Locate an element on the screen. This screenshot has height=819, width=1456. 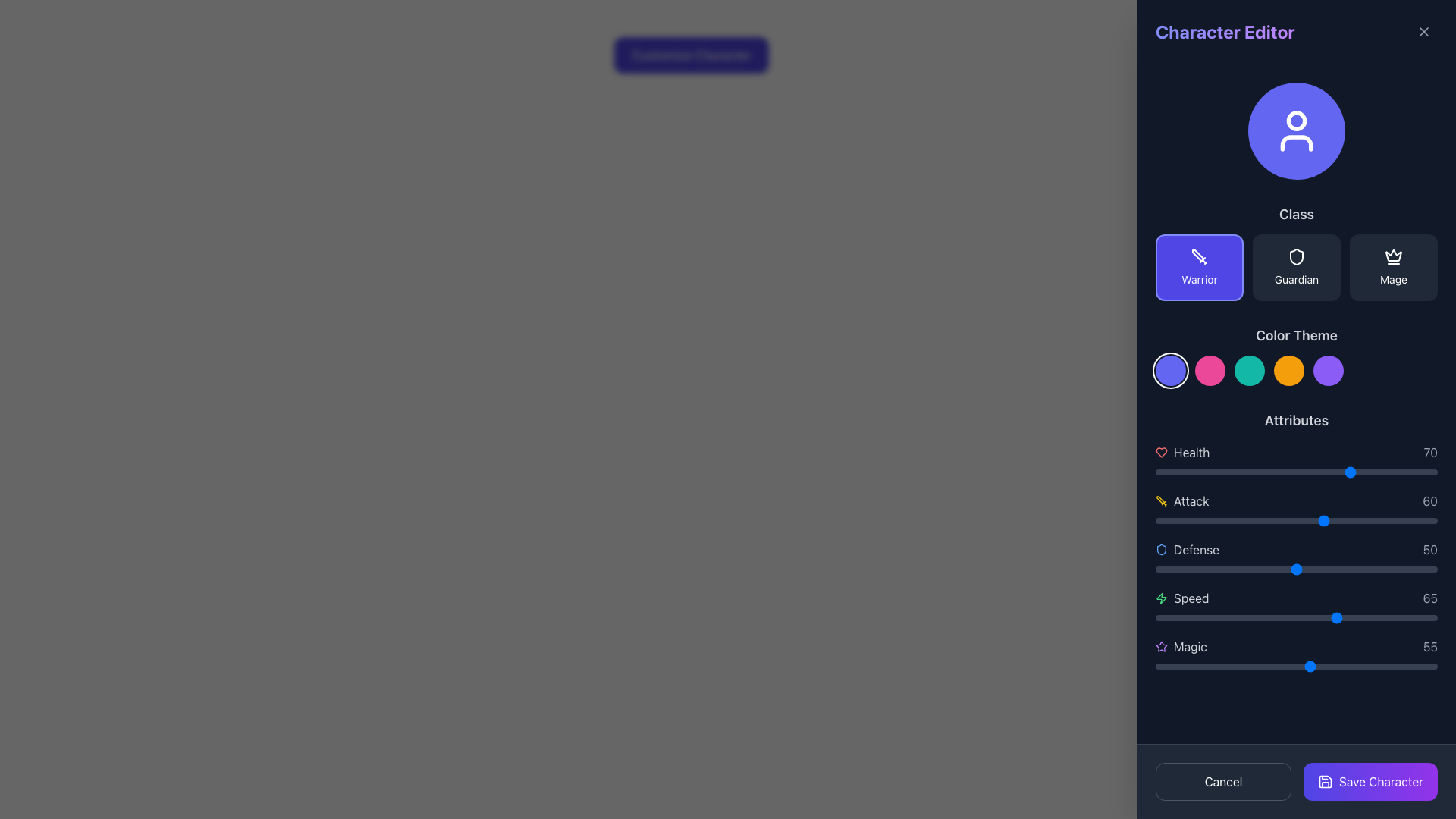
the defense attribute is located at coordinates (1350, 570).